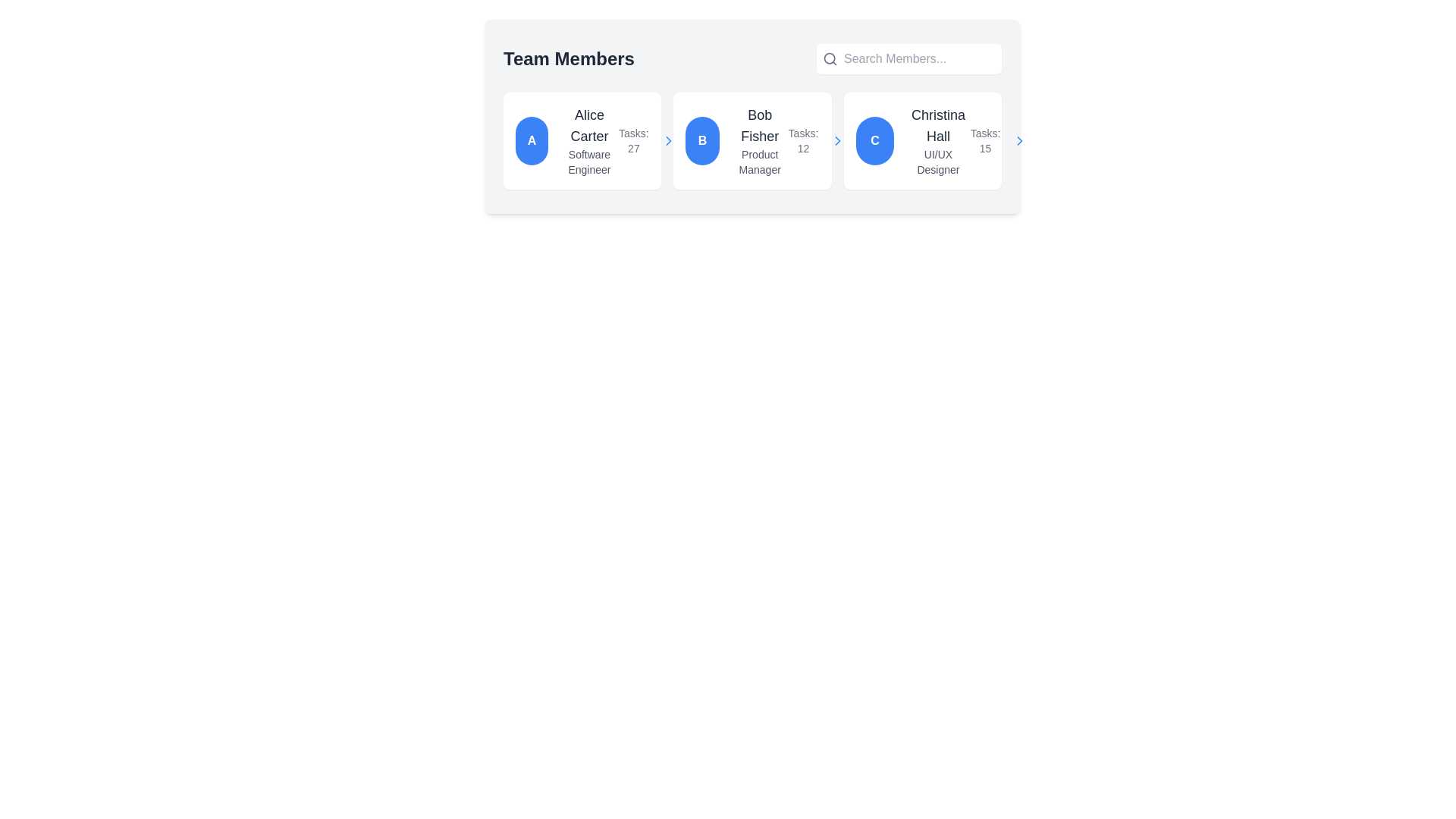 The width and height of the screenshot is (1456, 819). Describe the element at coordinates (633, 140) in the screenshot. I see `the Text label displaying 'Tasks: 27' which is styled in a small gray font, located to the right of the profile icon and name 'Alice Carter' in the first user card of a horizontal list` at that location.